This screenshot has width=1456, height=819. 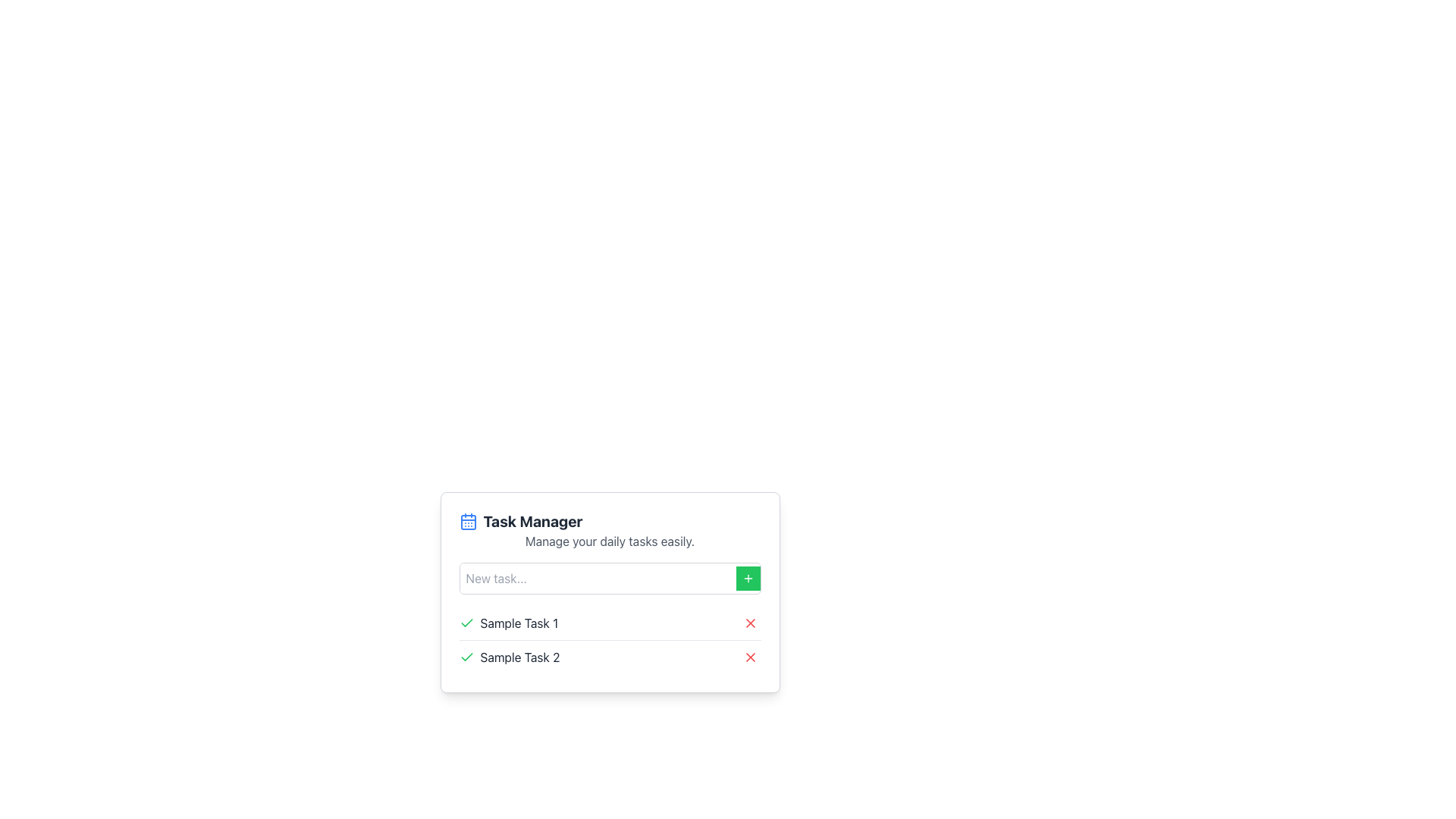 What do you see at coordinates (510, 657) in the screenshot?
I see `to select the second task label in the task management interface, which is positioned below 'Sample Task 1' and above a red cross icon` at bounding box center [510, 657].